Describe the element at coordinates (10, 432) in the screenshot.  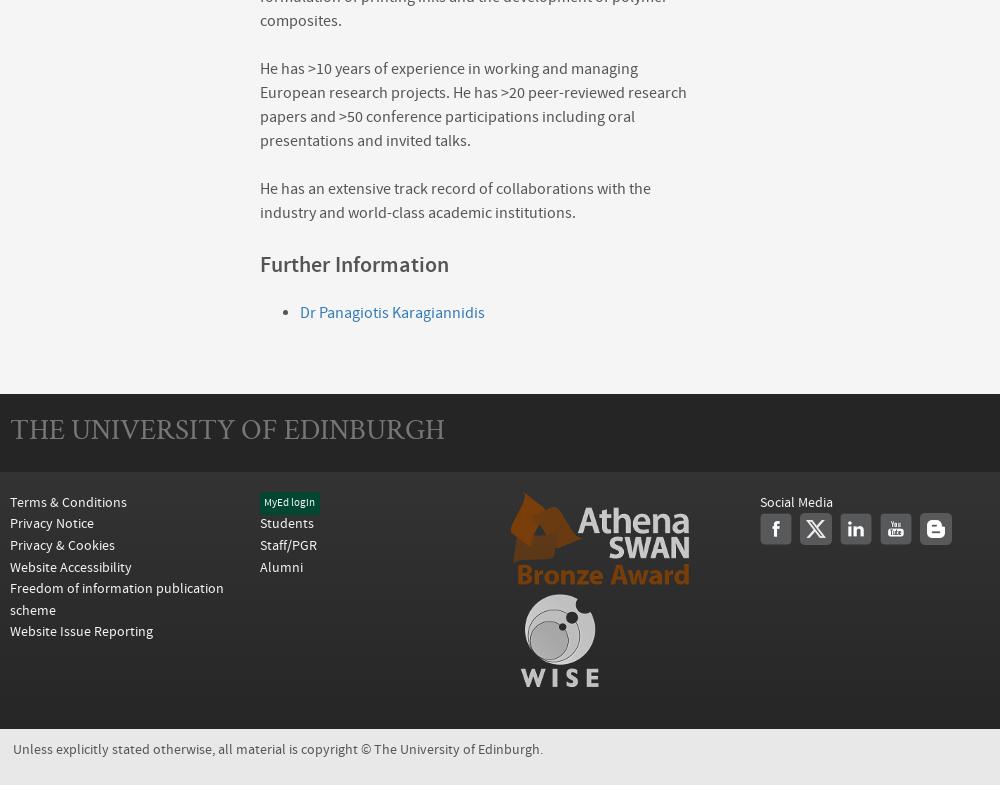
I see `'THE UNIVERSITY OF EDINBURGH'` at that location.